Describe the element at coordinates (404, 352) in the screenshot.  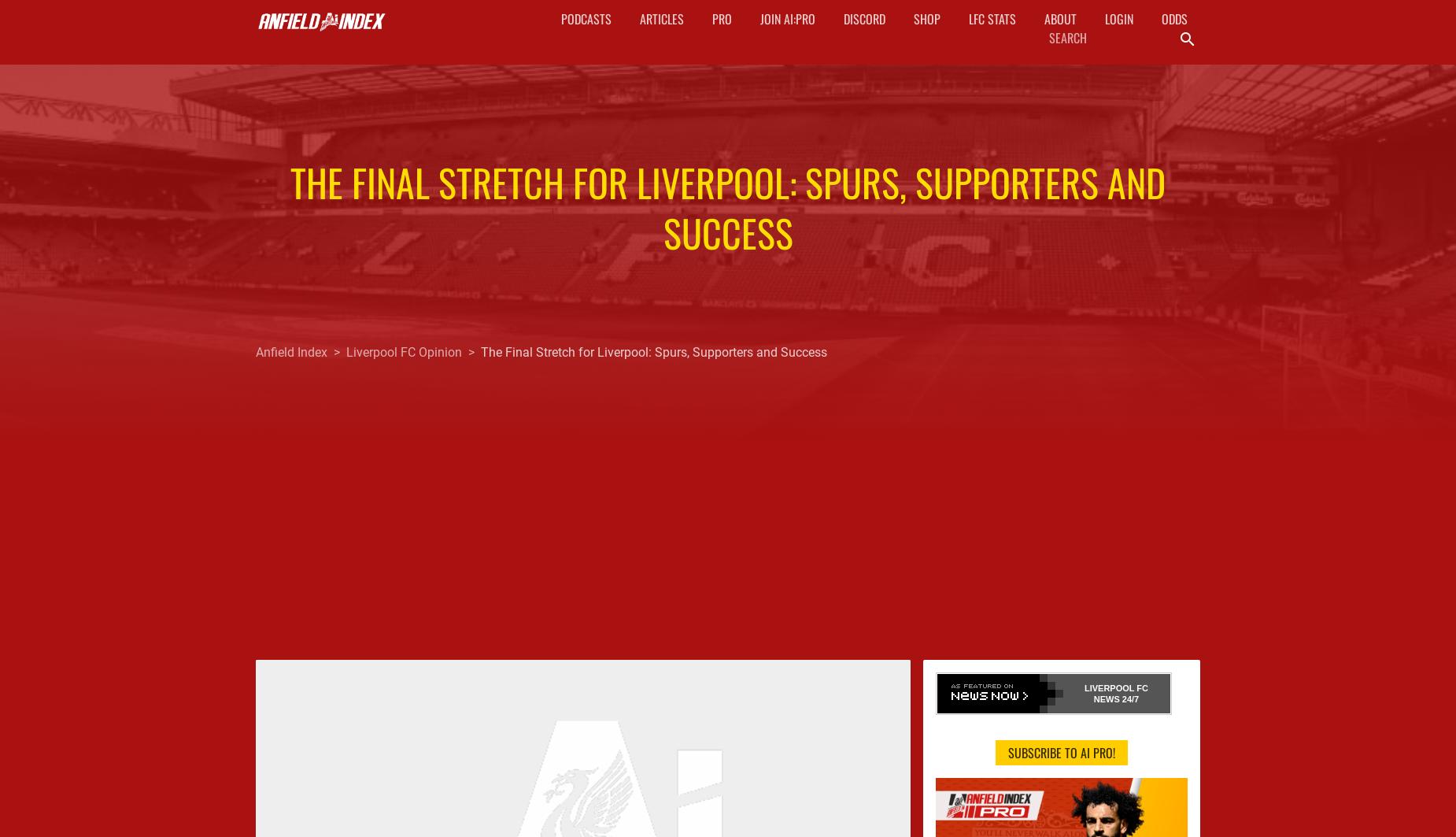
I see `'Liverpool FC Opinion'` at that location.